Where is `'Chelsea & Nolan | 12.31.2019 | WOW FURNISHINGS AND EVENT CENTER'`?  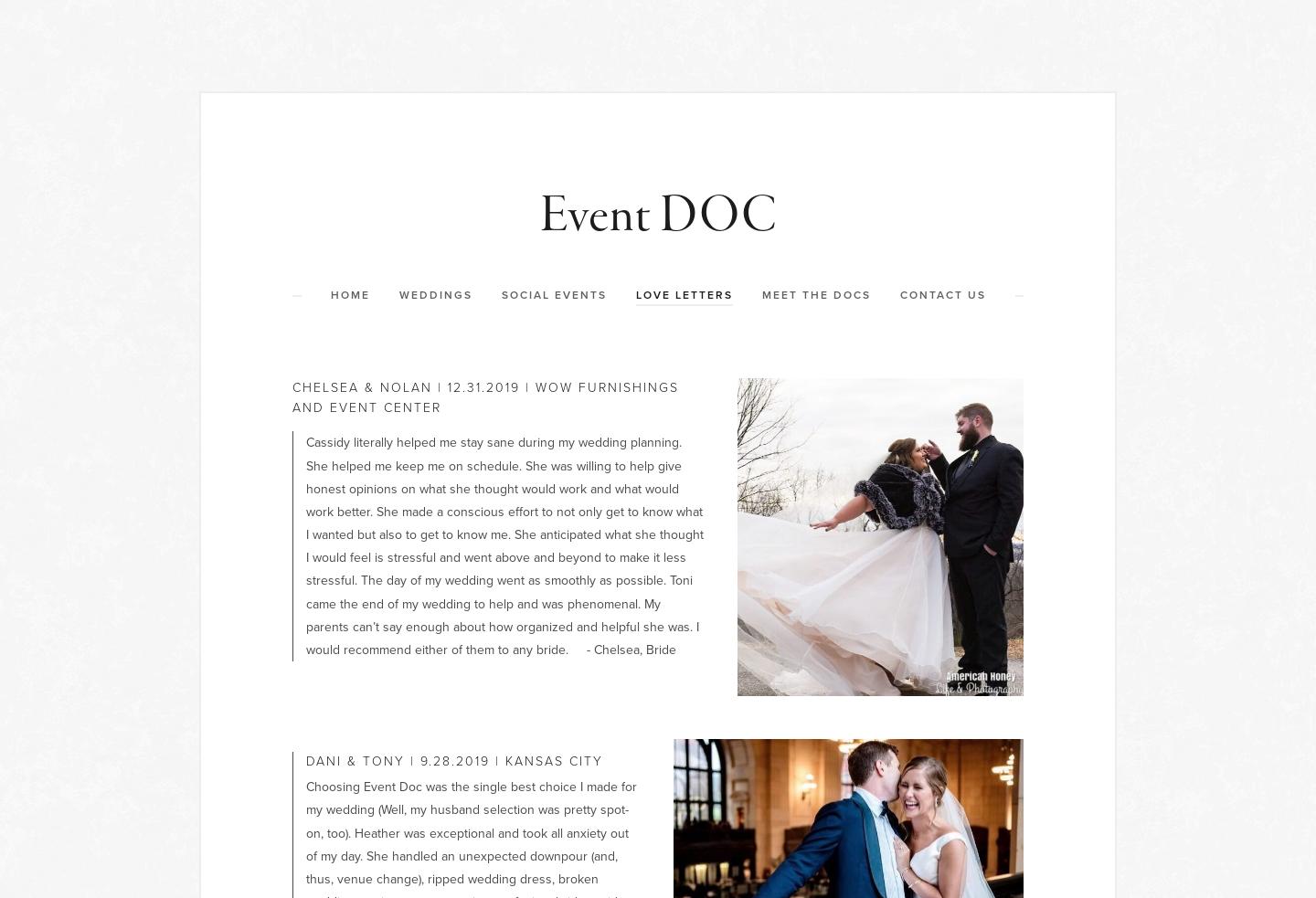
'Chelsea & Nolan | 12.31.2019 | WOW FURNISHINGS AND EVENT CENTER' is located at coordinates (487, 396).